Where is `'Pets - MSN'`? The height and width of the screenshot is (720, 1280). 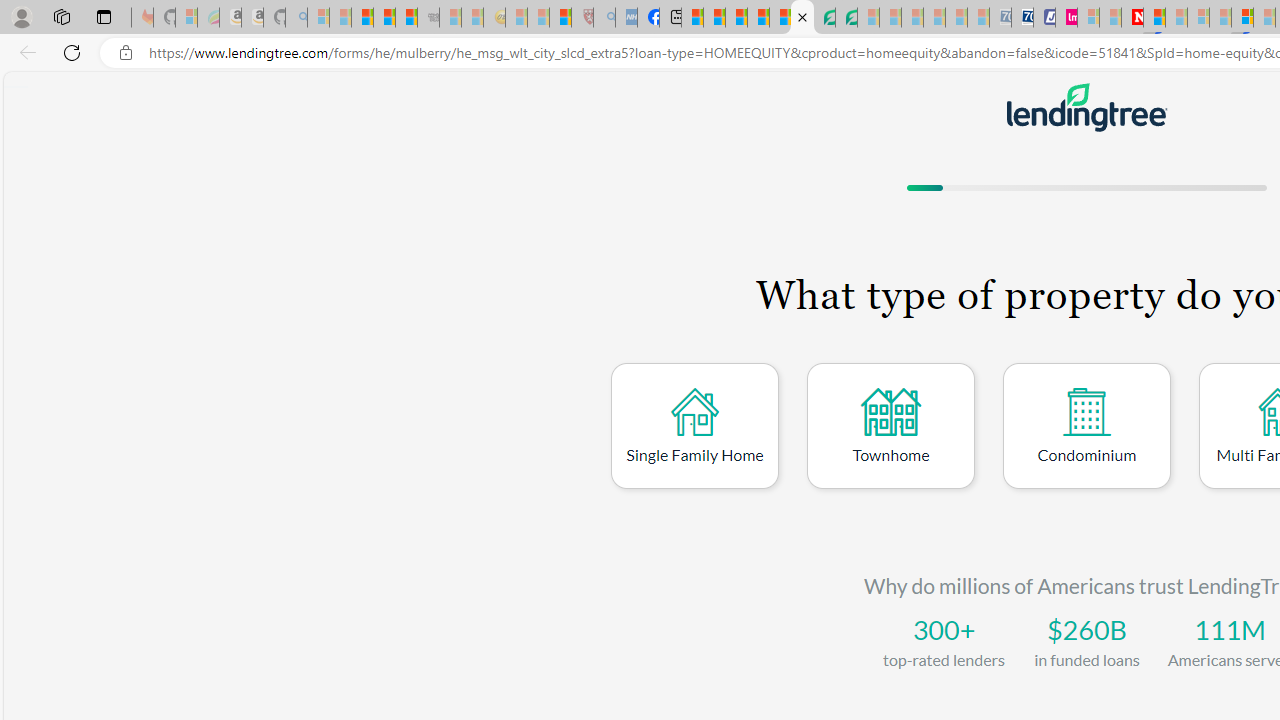
'Pets - MSN' is located at coordinates (757, 17).